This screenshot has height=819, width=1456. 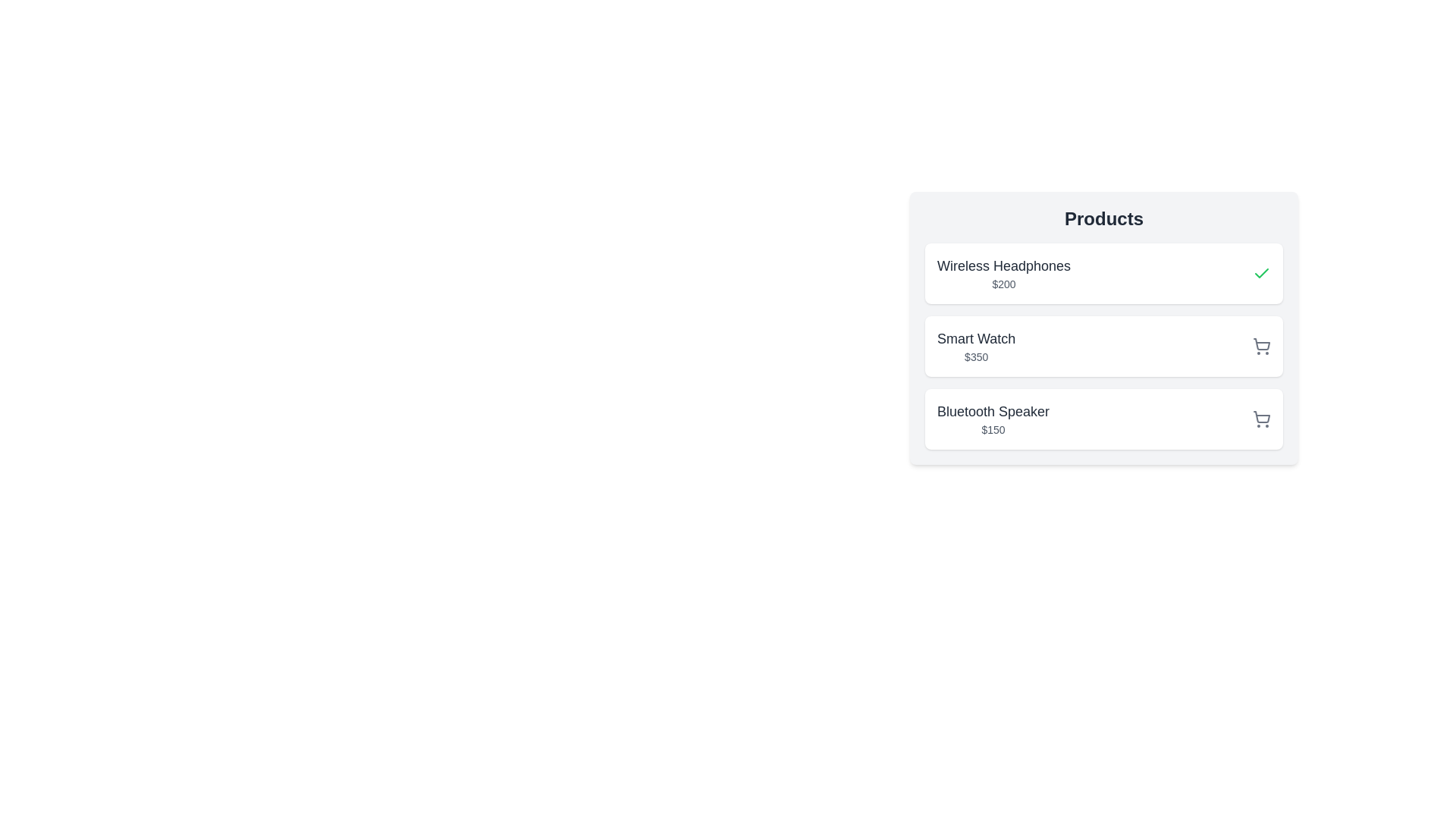 I want to click on the status icon in the top-right corner of the 'Wireless Headphones' card to check its selection or completion status, so click(x=1262, y=274).